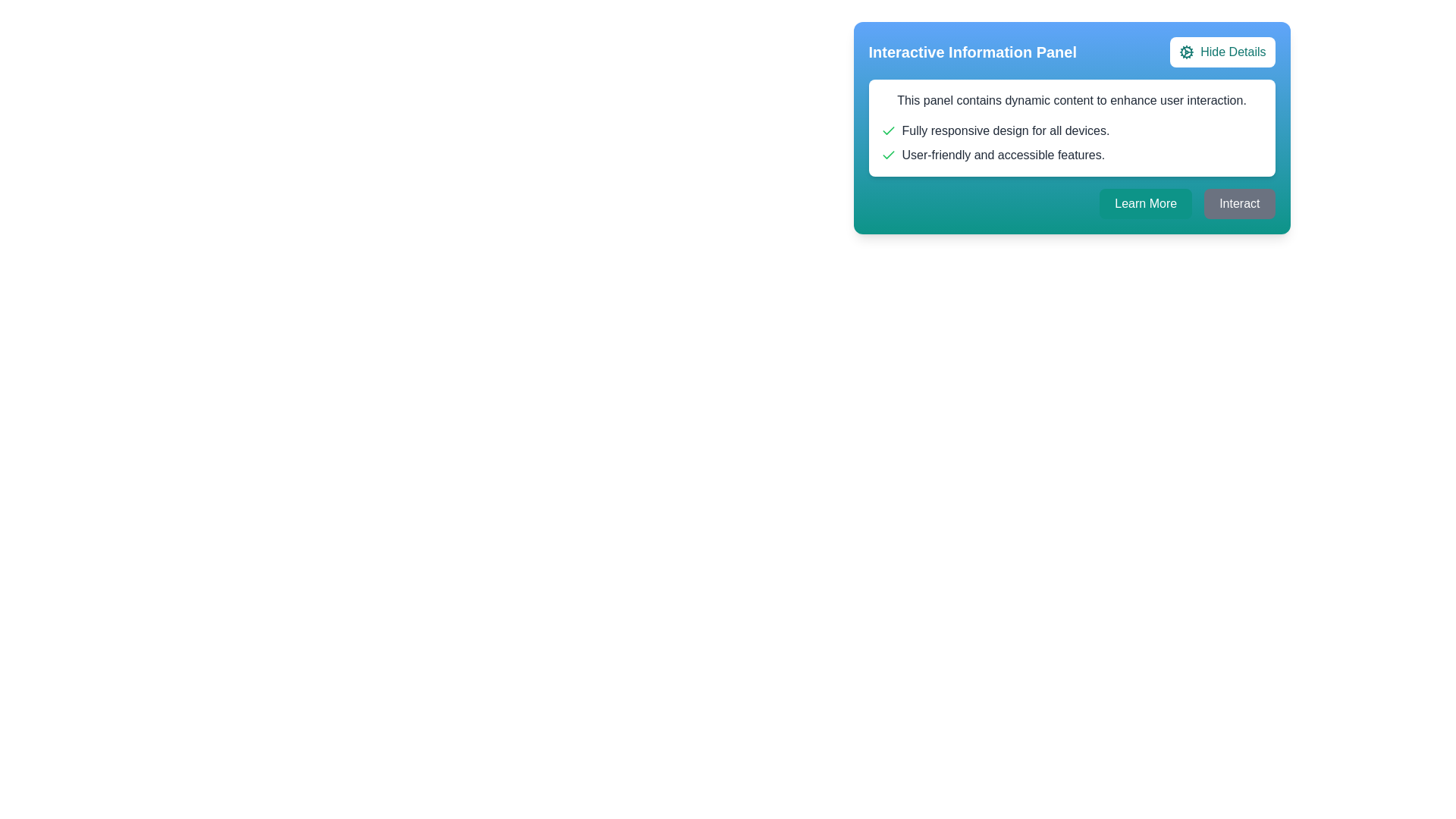 Image resolution: width=1456 pixels, height=819 pixels. Describe the element at coordinates (1071, 100) in the screenshot. I see `the text block displaying 'This panel contains dynamic content to enhance user interaction.' which is positioned at the top of a white-background panel` at that location.